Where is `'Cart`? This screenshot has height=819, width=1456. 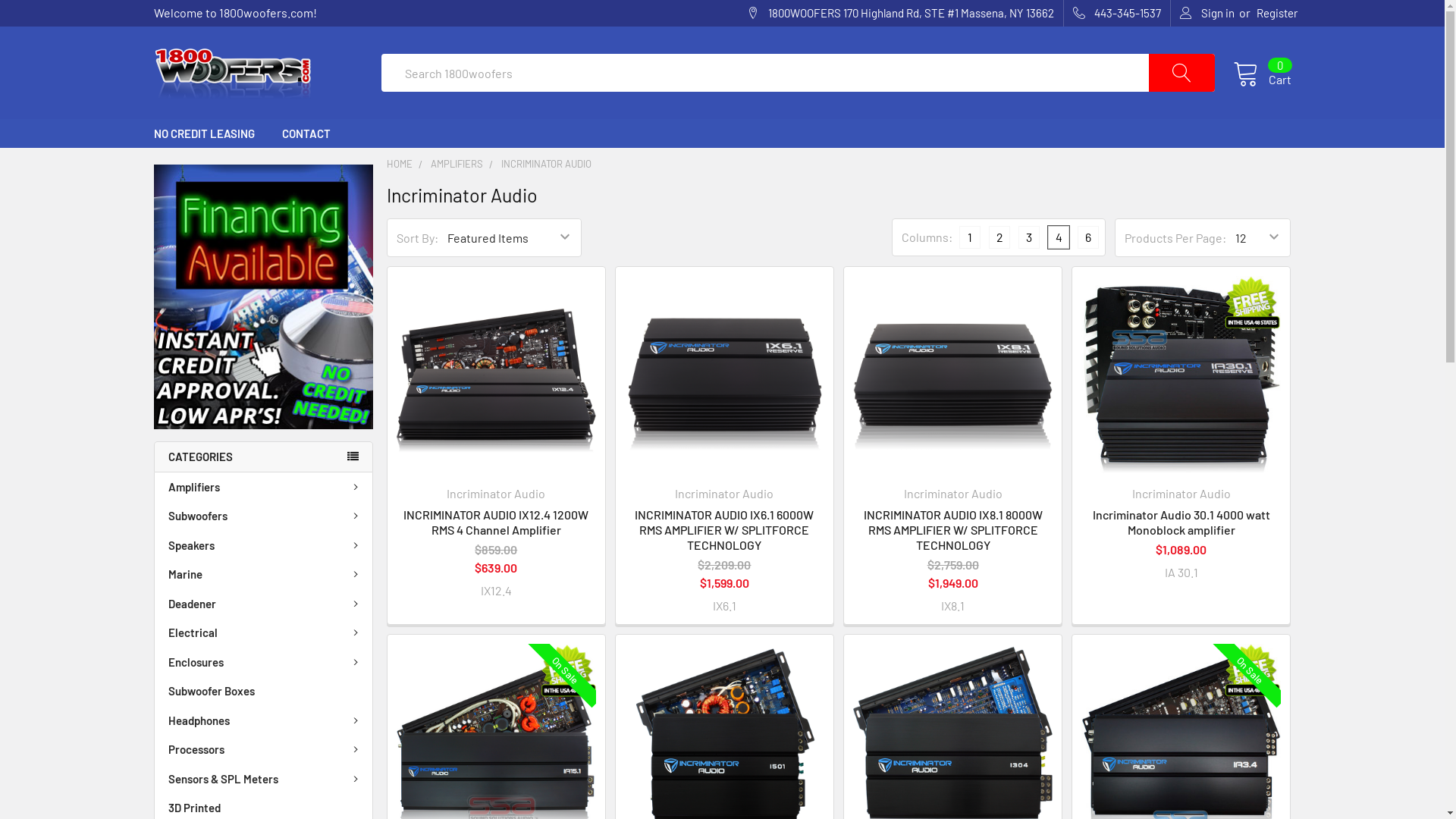
'Cart is located at coordinates (1262, 73).